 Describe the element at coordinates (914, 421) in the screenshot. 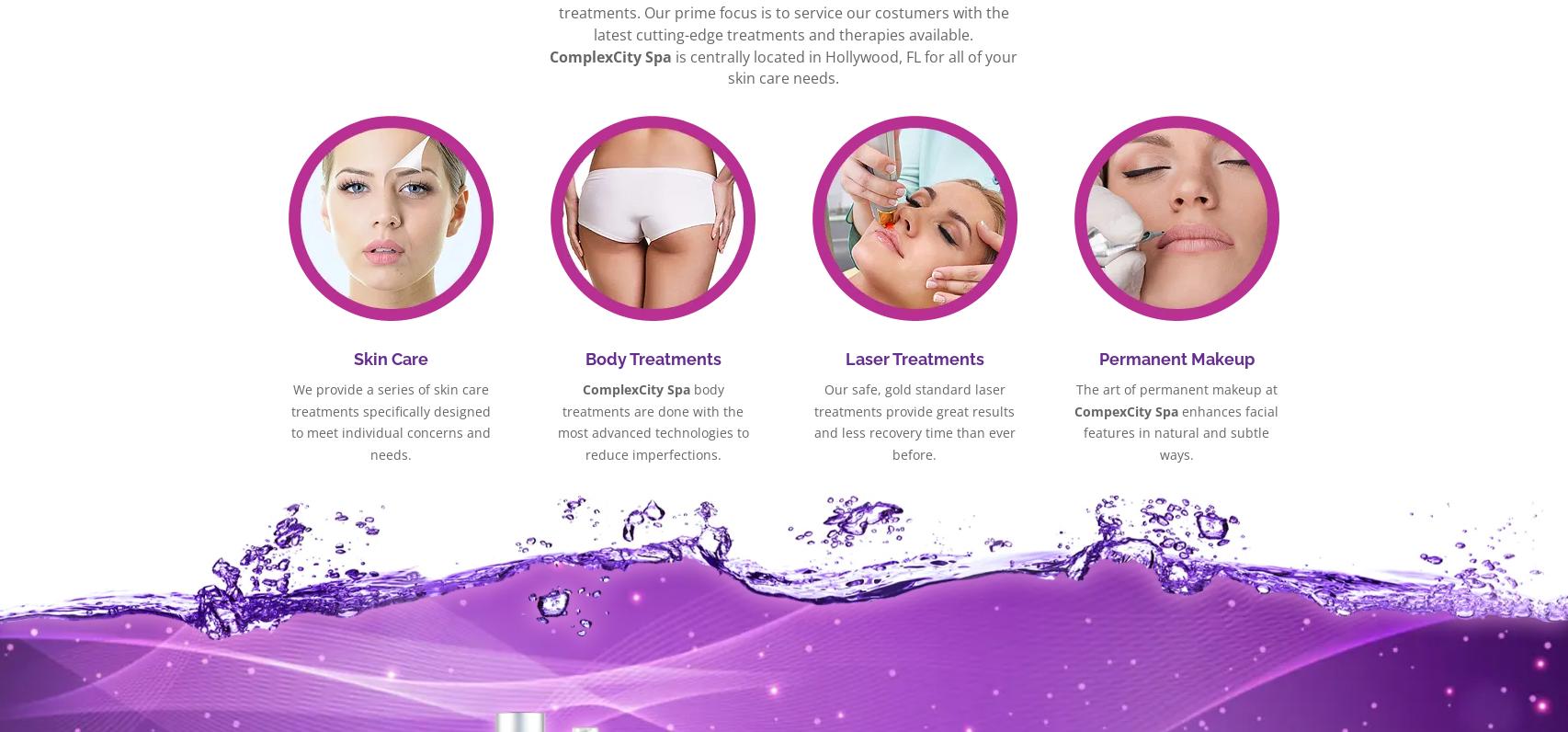

I see `'Our safe, gold standard laser treatments provide great results and less recovery time than ever before.'` at that location.